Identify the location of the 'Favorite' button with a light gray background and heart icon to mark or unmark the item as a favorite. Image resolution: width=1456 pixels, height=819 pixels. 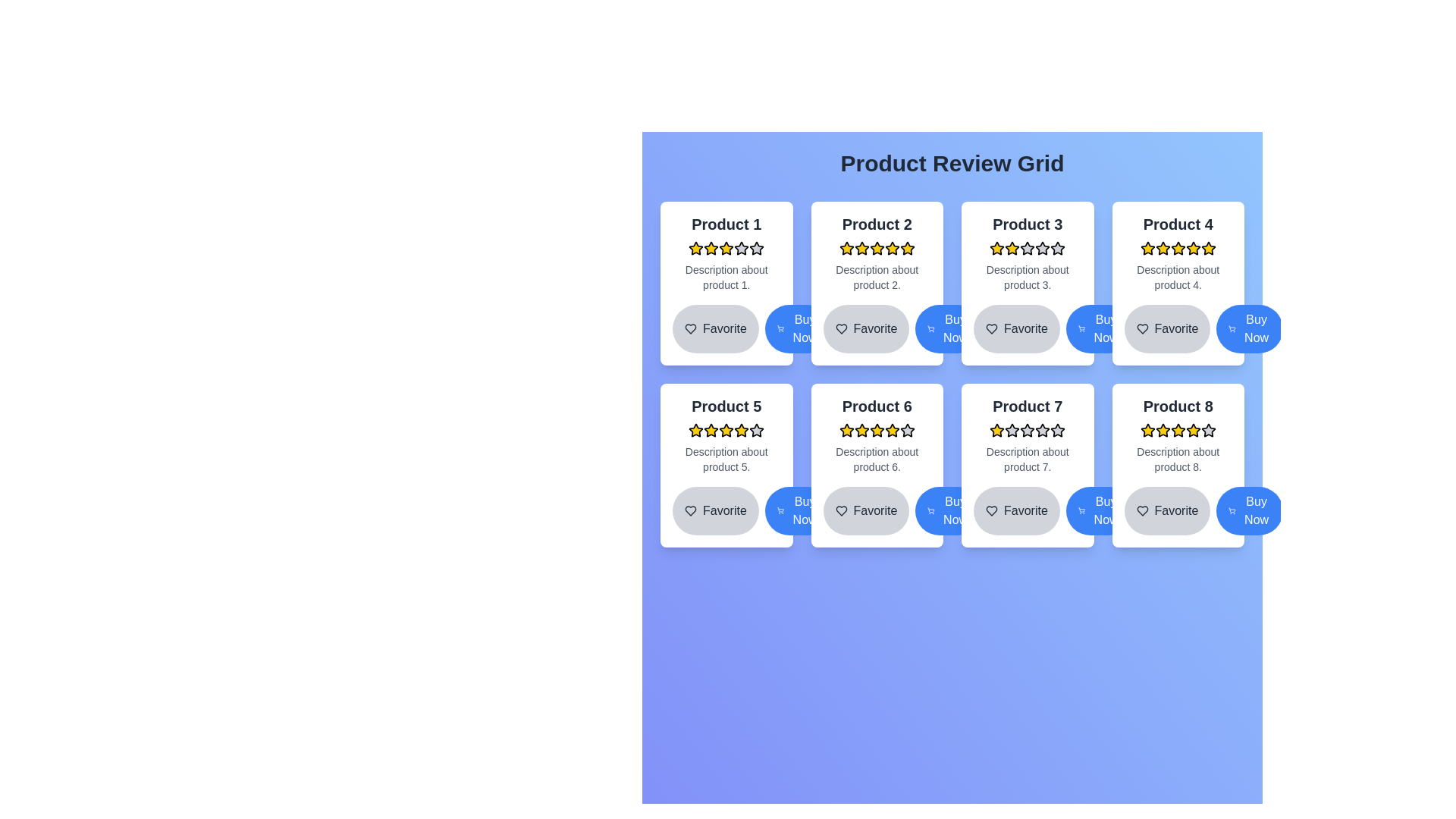
(1028, 511).